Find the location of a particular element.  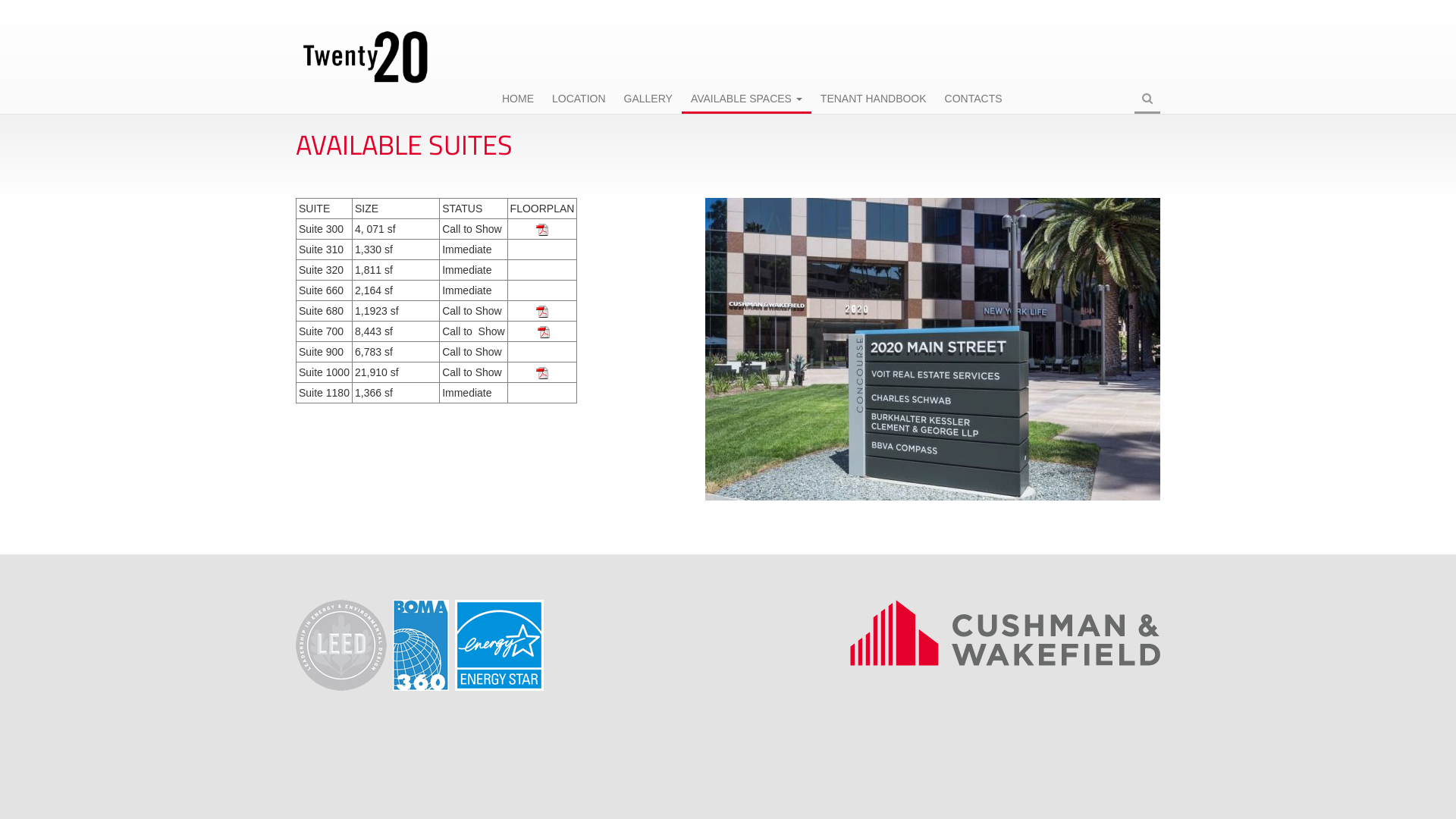

'2020_-_Suite_300.pdf' is located at coordinates (542, 228).